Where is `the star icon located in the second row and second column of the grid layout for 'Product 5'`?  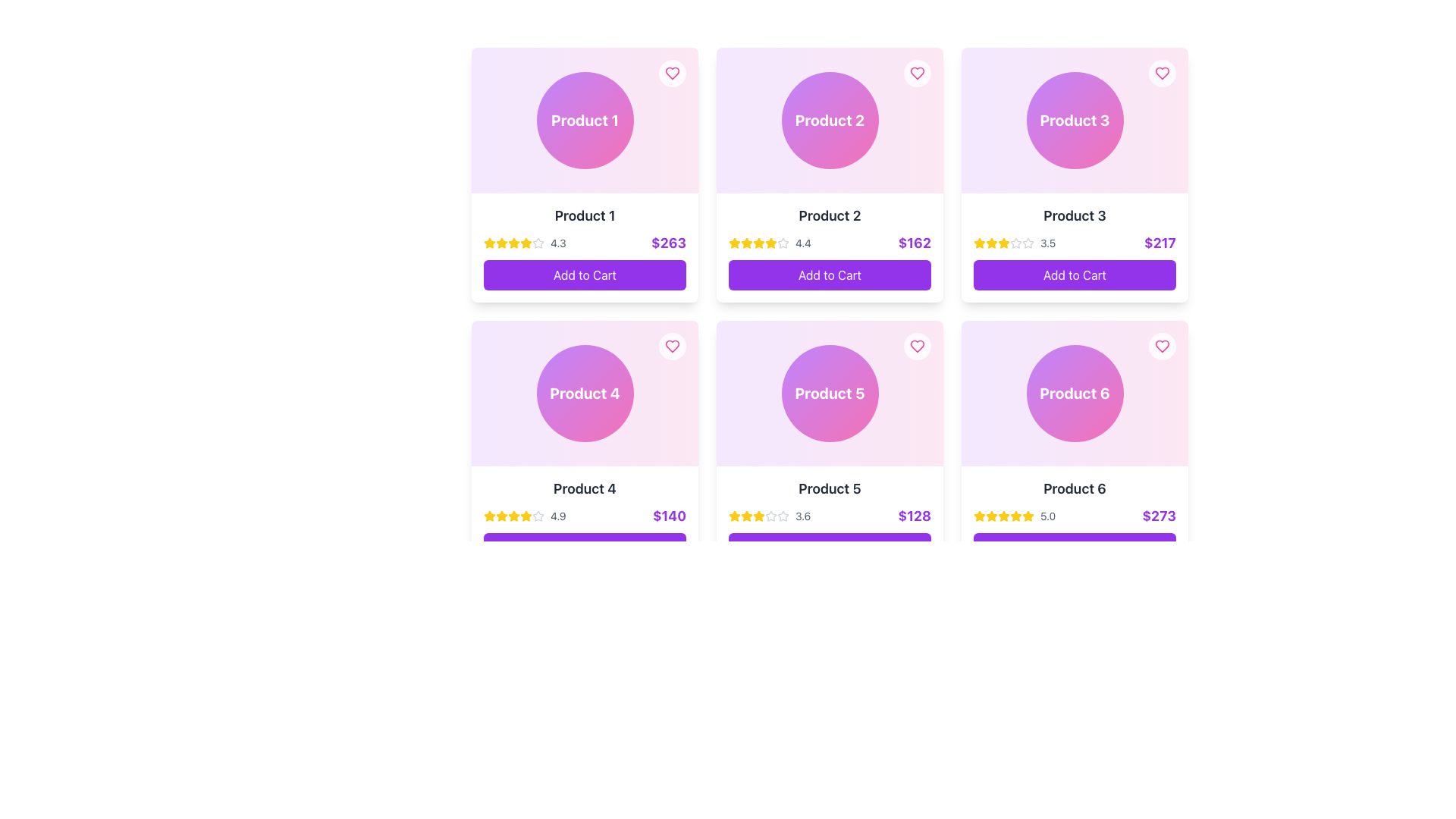 the star icon located in the second row and second column of the grid layout for 'Product 5' is located at coordinates (759, 515).